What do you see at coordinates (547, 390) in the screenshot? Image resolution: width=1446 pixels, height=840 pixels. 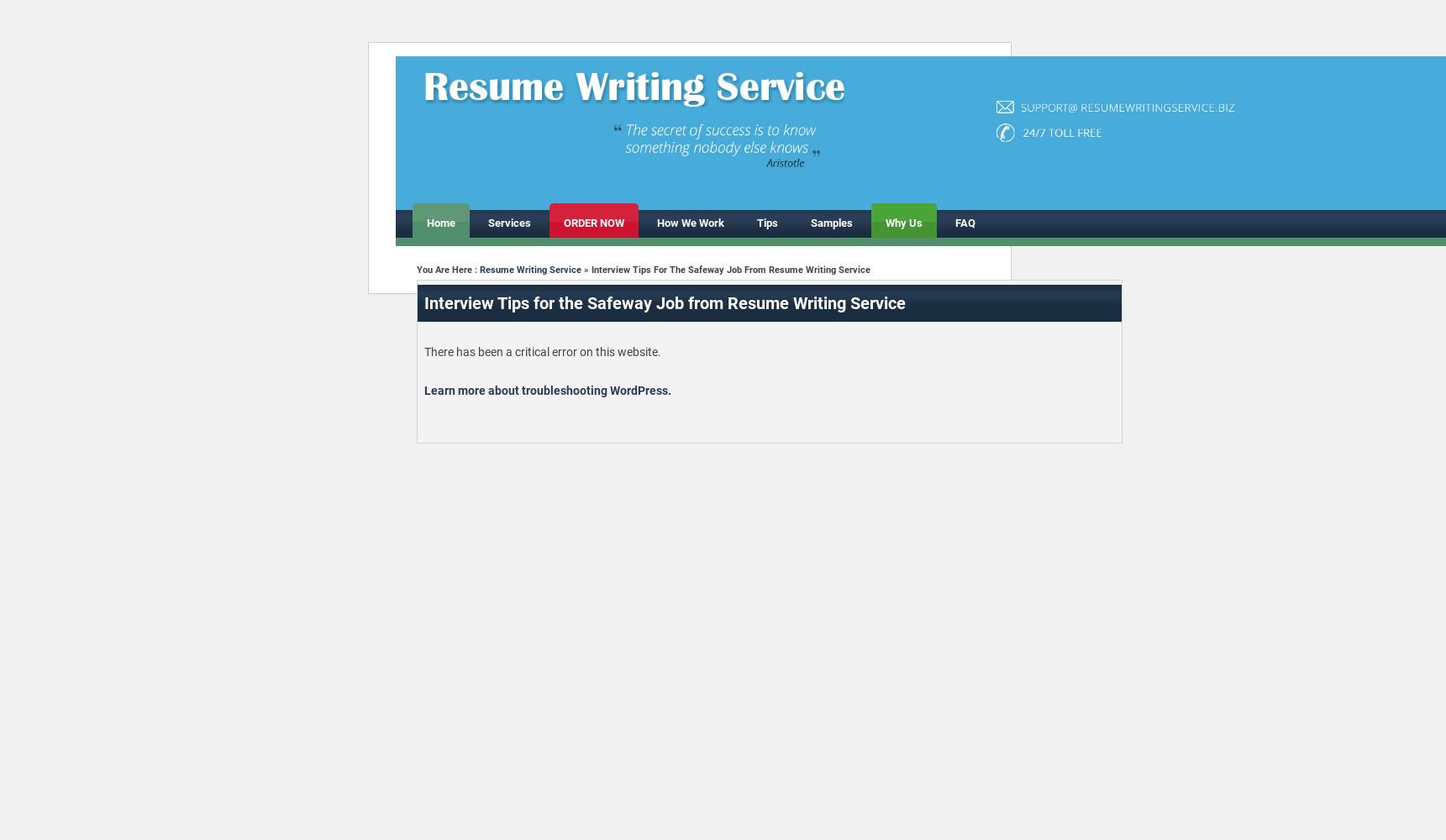 I see `'Learn more about troubleshooting WordPress.'` at bounding box center [547, 390].